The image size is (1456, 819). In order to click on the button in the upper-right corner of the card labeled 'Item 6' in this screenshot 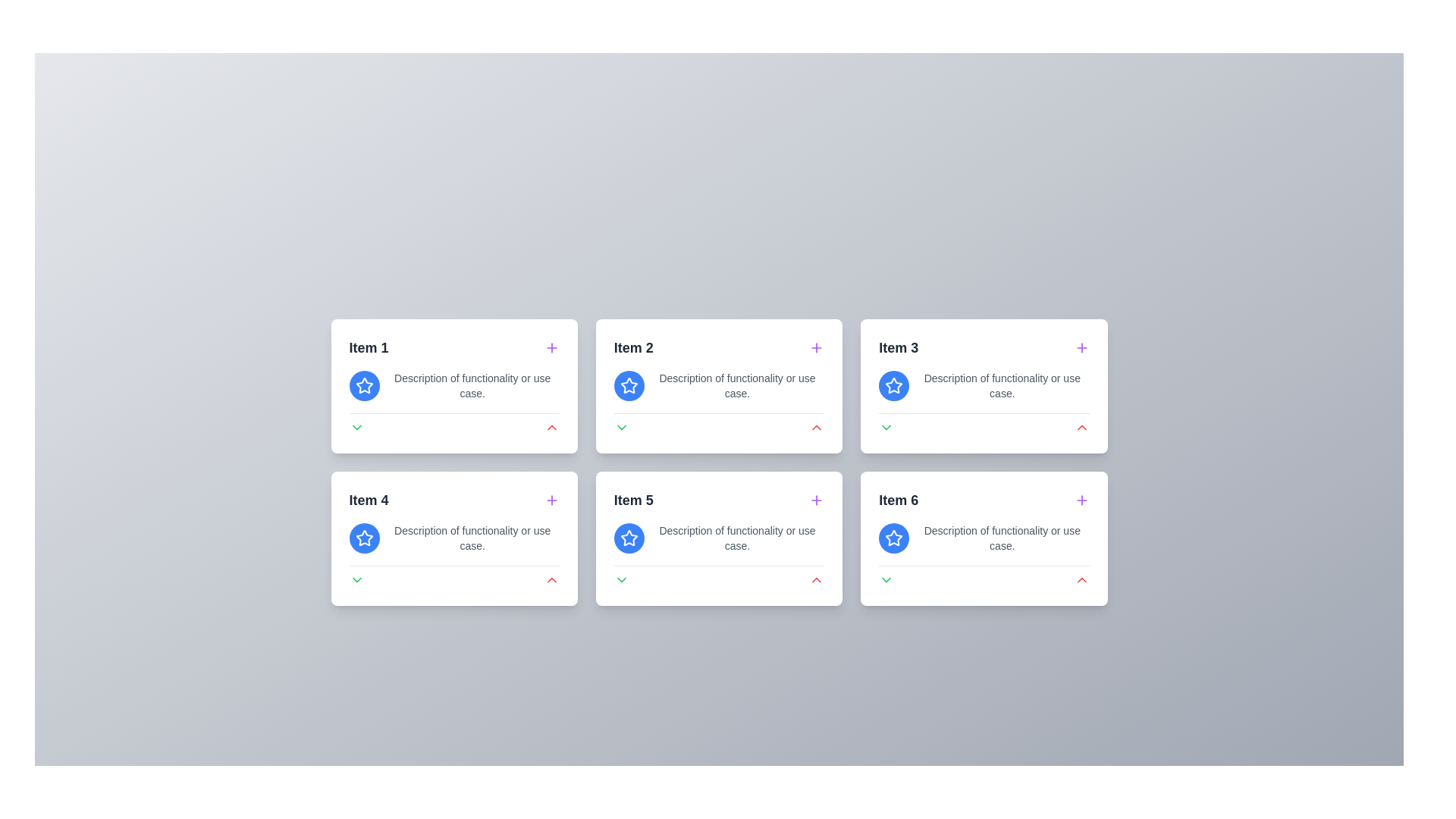, I will do `click(1081, 500)`.